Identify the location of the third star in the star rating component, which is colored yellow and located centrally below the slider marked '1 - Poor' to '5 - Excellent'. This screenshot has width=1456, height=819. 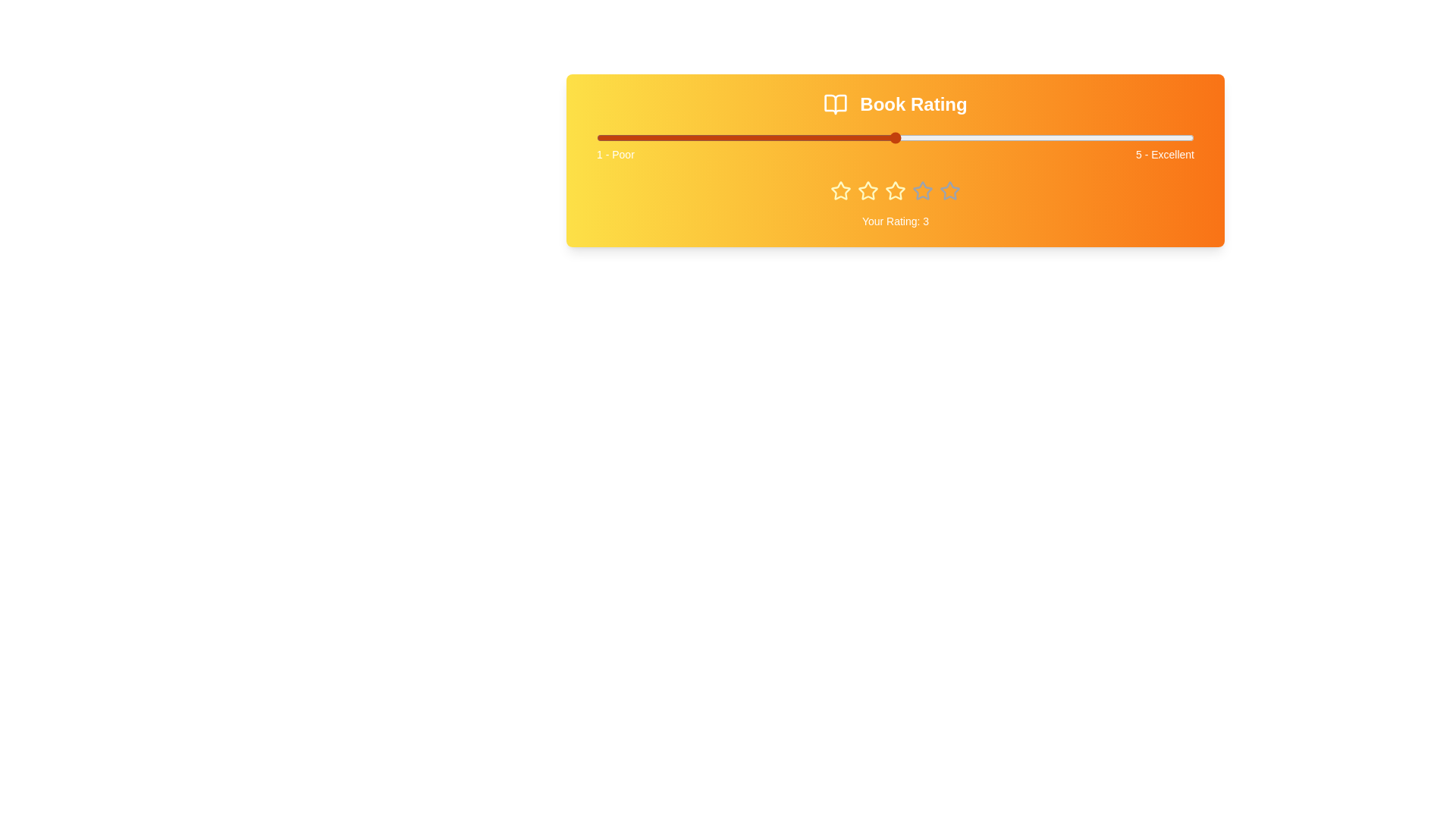
(895, 190).